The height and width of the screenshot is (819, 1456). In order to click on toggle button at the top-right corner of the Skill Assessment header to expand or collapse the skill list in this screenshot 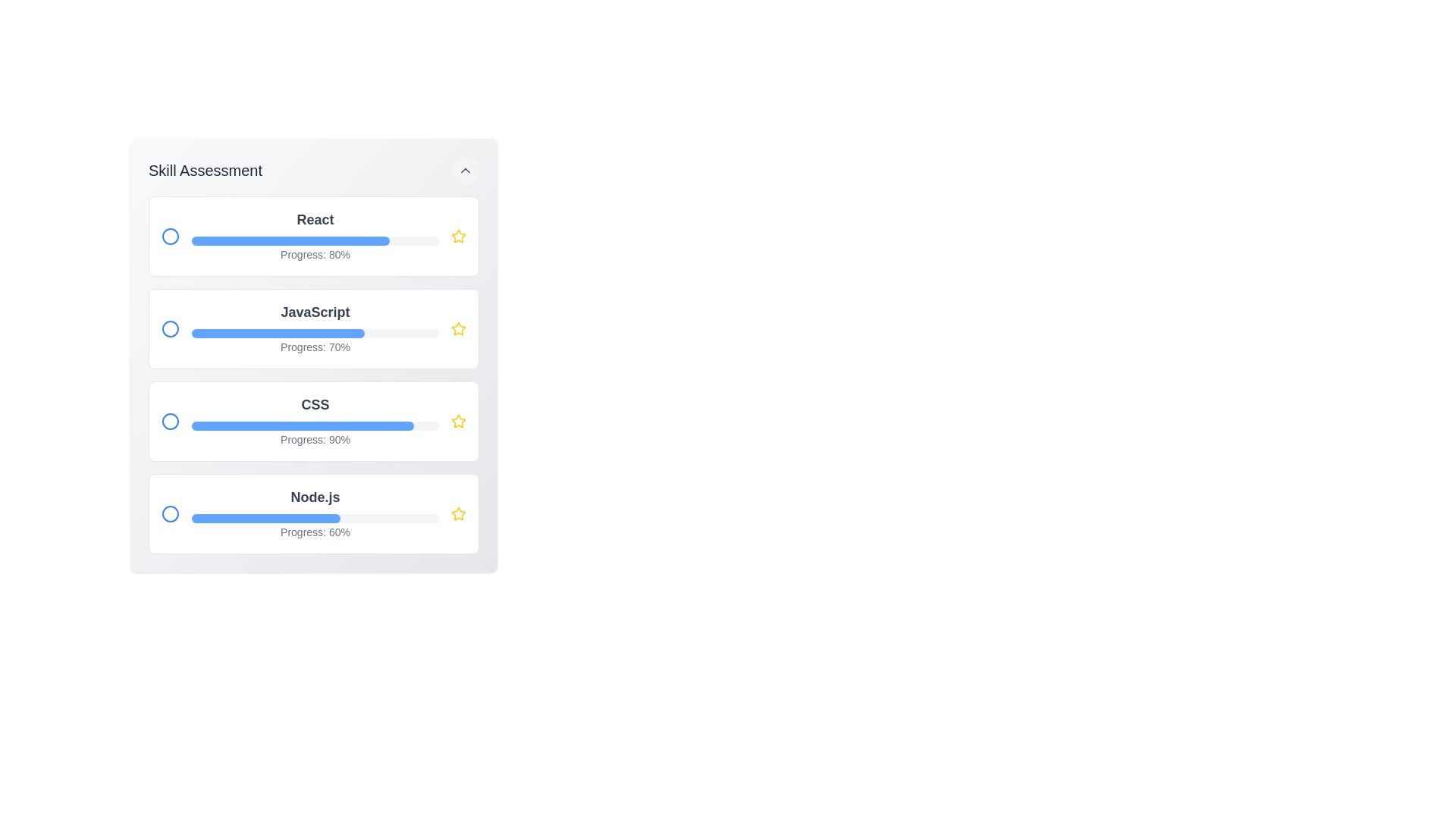, I will do `click(465, 170)`.